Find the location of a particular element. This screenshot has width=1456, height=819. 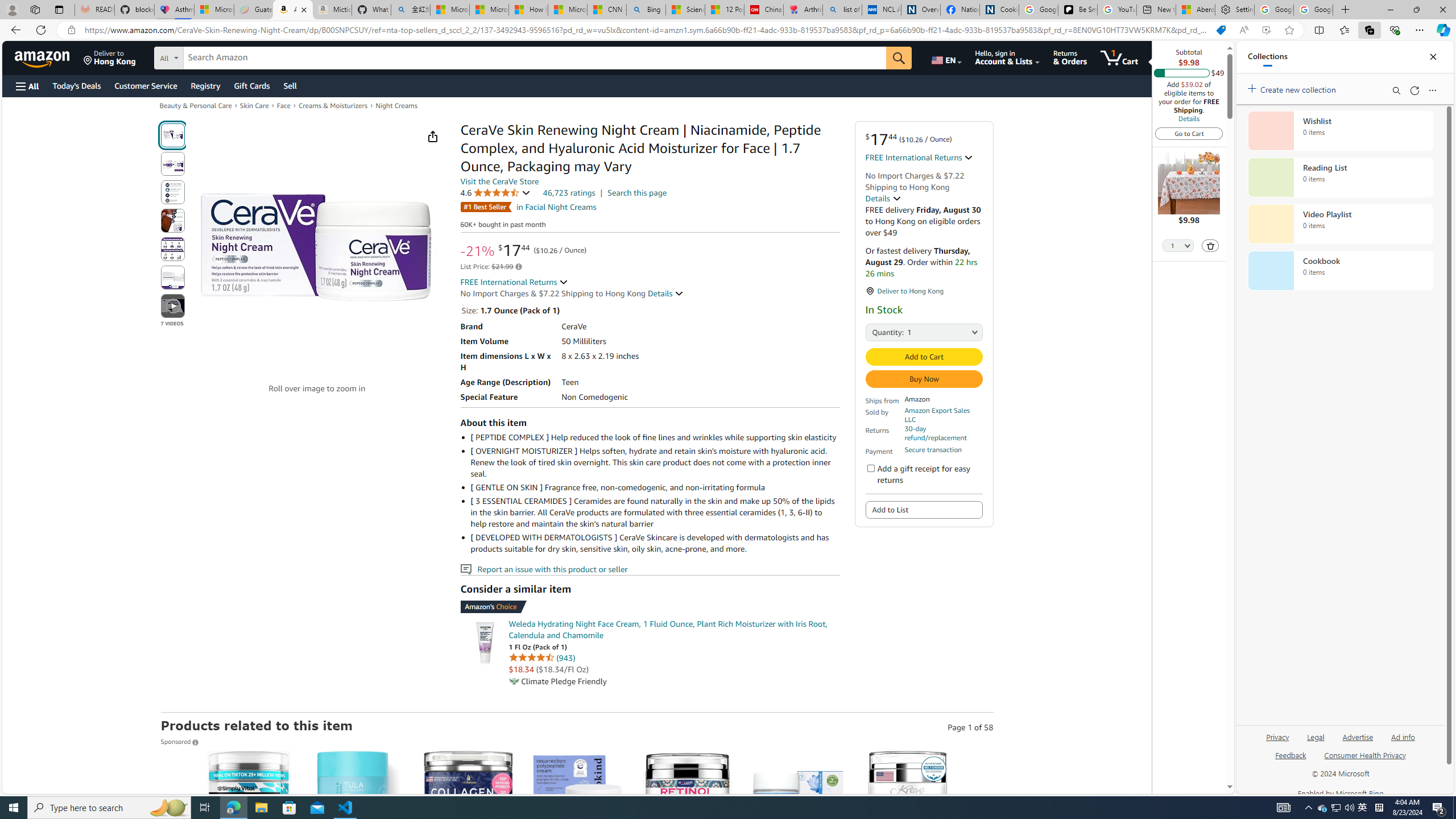

'Details ' is located at coordinates (665, 292).